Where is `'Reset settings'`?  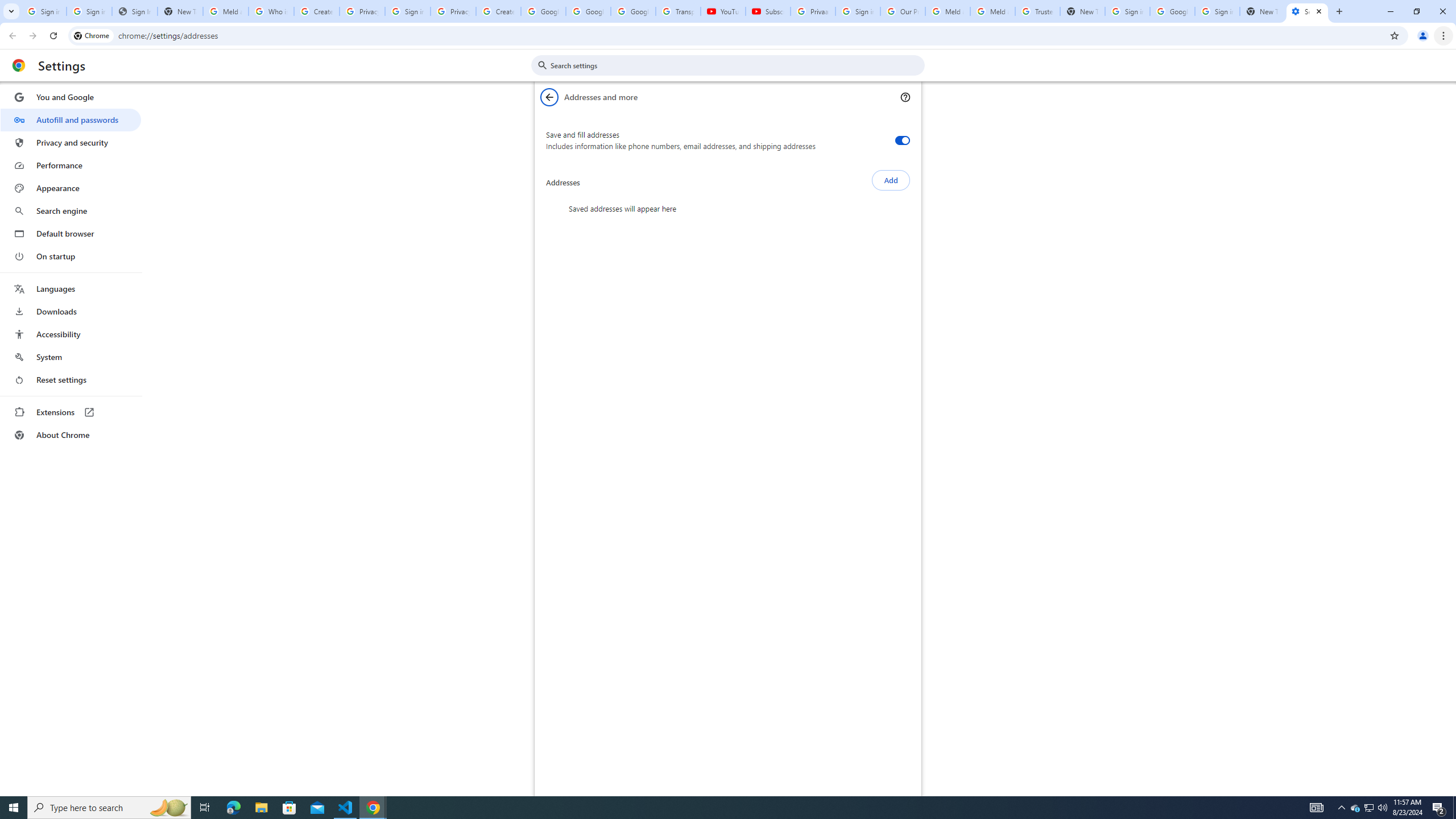 'Reset settings' is located at coordinates (70, 379).